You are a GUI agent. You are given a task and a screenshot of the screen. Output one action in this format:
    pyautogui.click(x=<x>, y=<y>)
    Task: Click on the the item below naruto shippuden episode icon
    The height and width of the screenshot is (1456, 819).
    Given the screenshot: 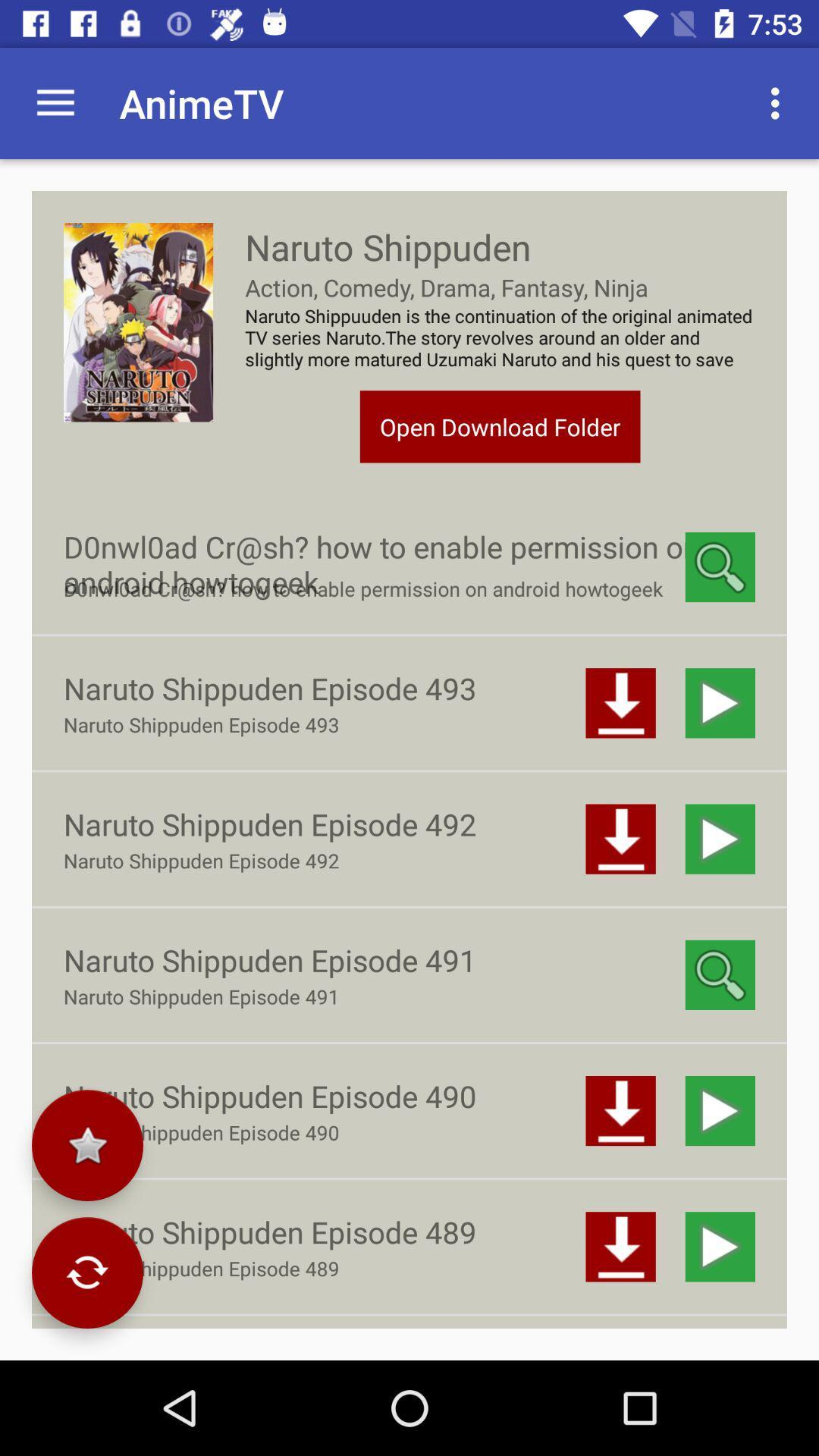 What is the action you would take?
    pyautogui.click(x=87, y=1145)
    